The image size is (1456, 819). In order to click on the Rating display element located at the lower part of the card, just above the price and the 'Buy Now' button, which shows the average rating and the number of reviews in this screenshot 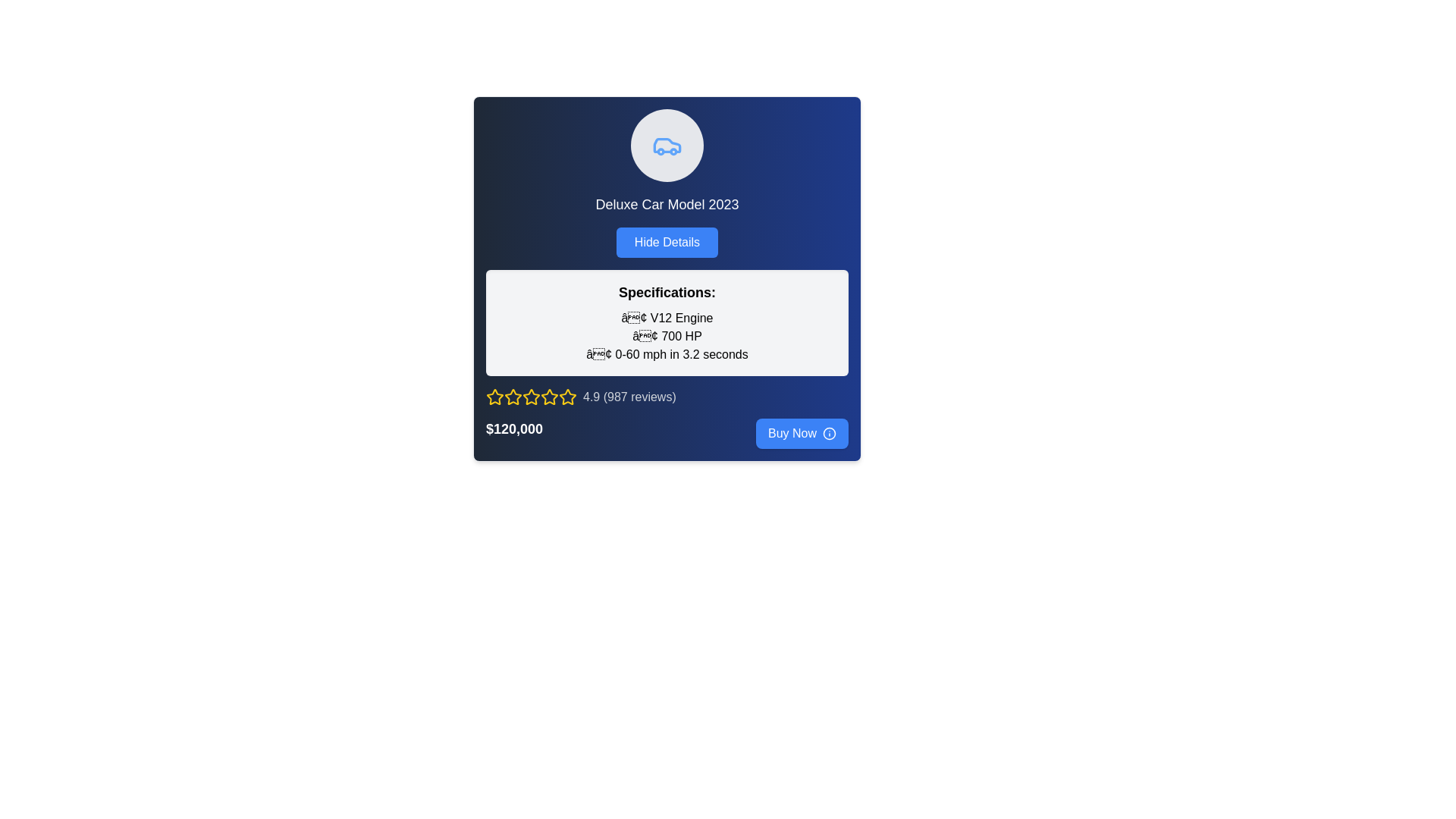, I will do `click(667, 397)`.